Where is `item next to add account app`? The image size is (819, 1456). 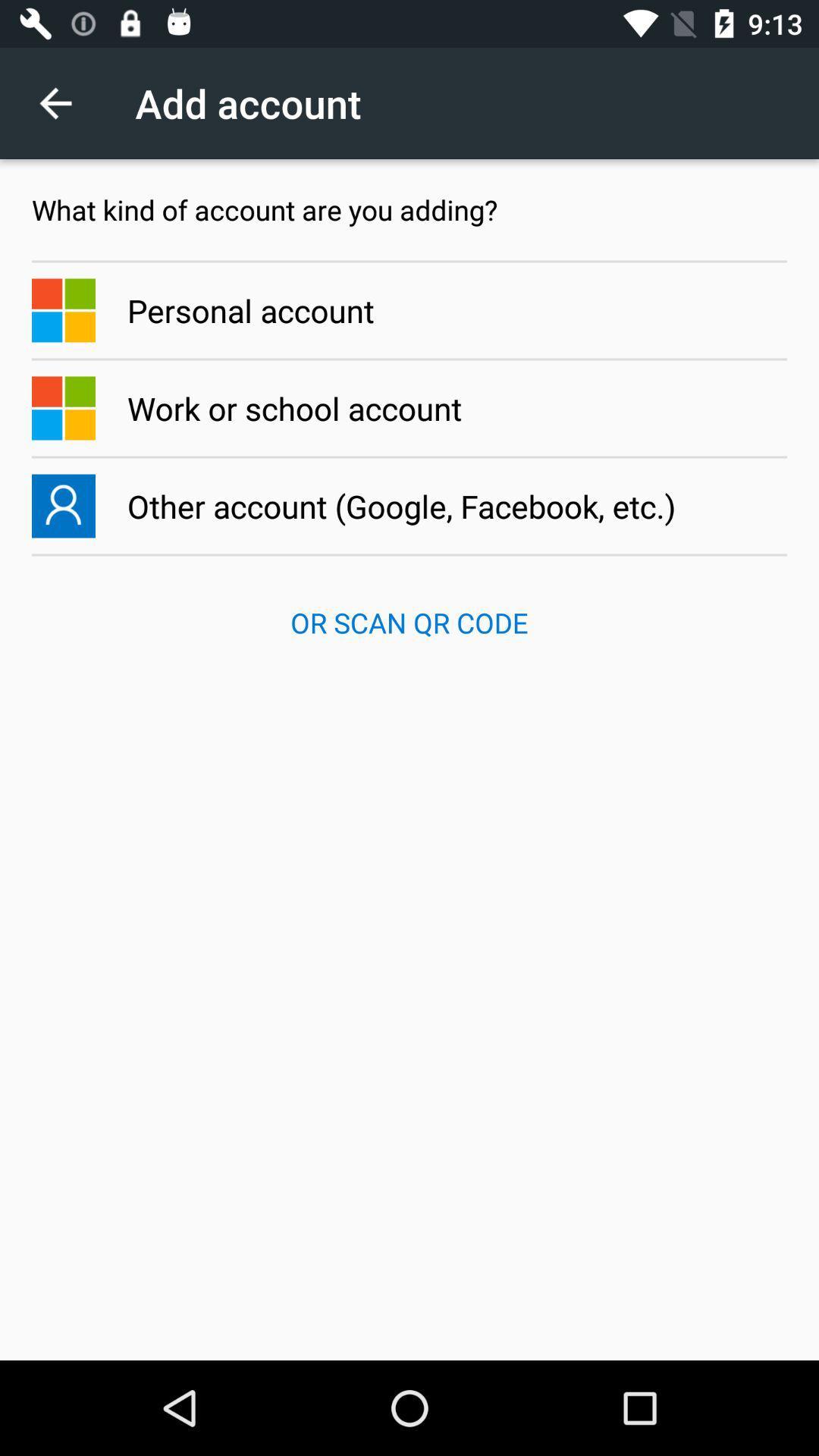 item next to add account app is located at coordinates (63, 102).